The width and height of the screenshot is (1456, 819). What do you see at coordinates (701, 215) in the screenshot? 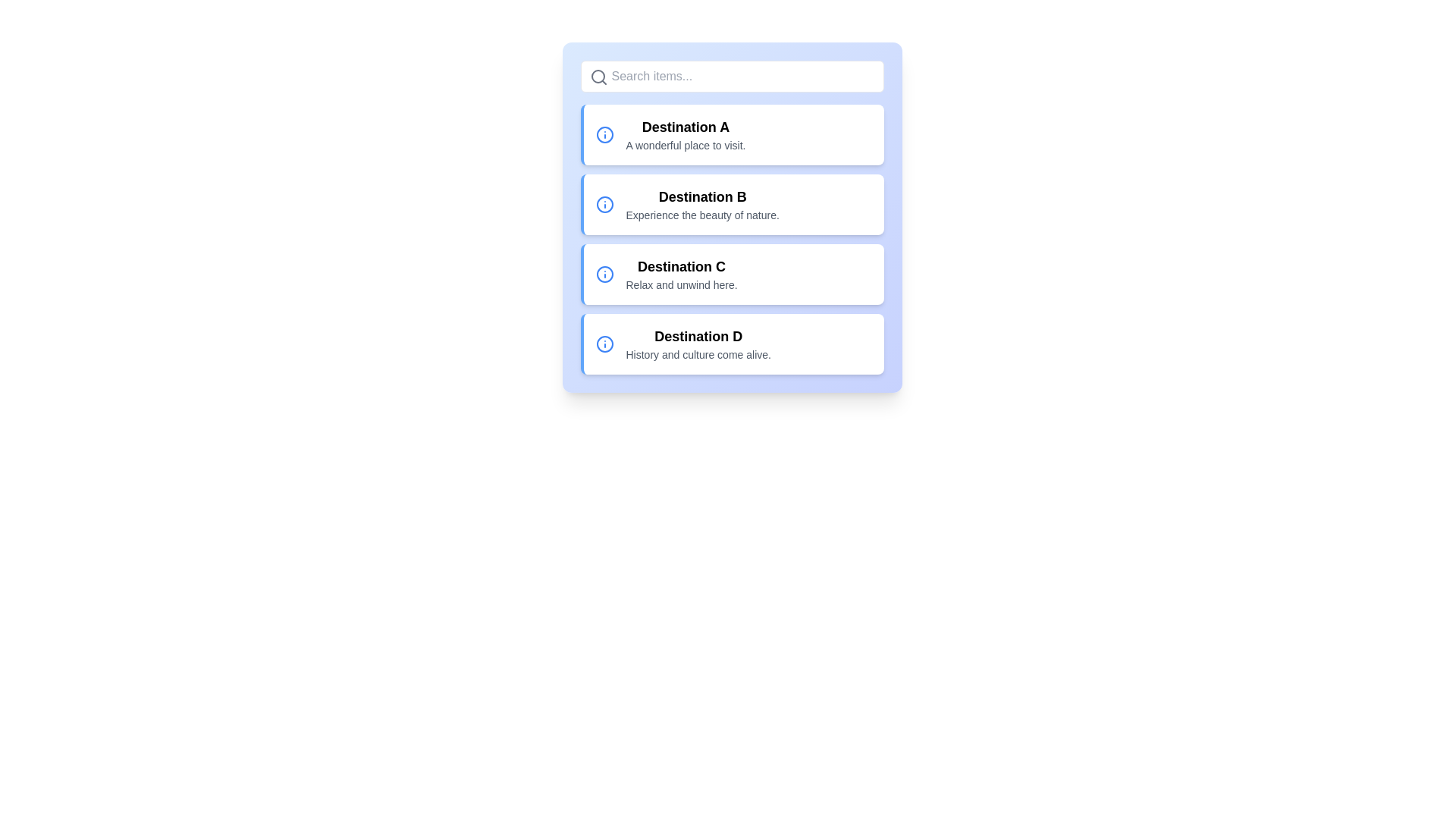
I see `the descriptive text label that provides additional details about 'Destination B', which is located below the heading 'Destination B' in the second row of destination cards` at bounding box center [701, 215].